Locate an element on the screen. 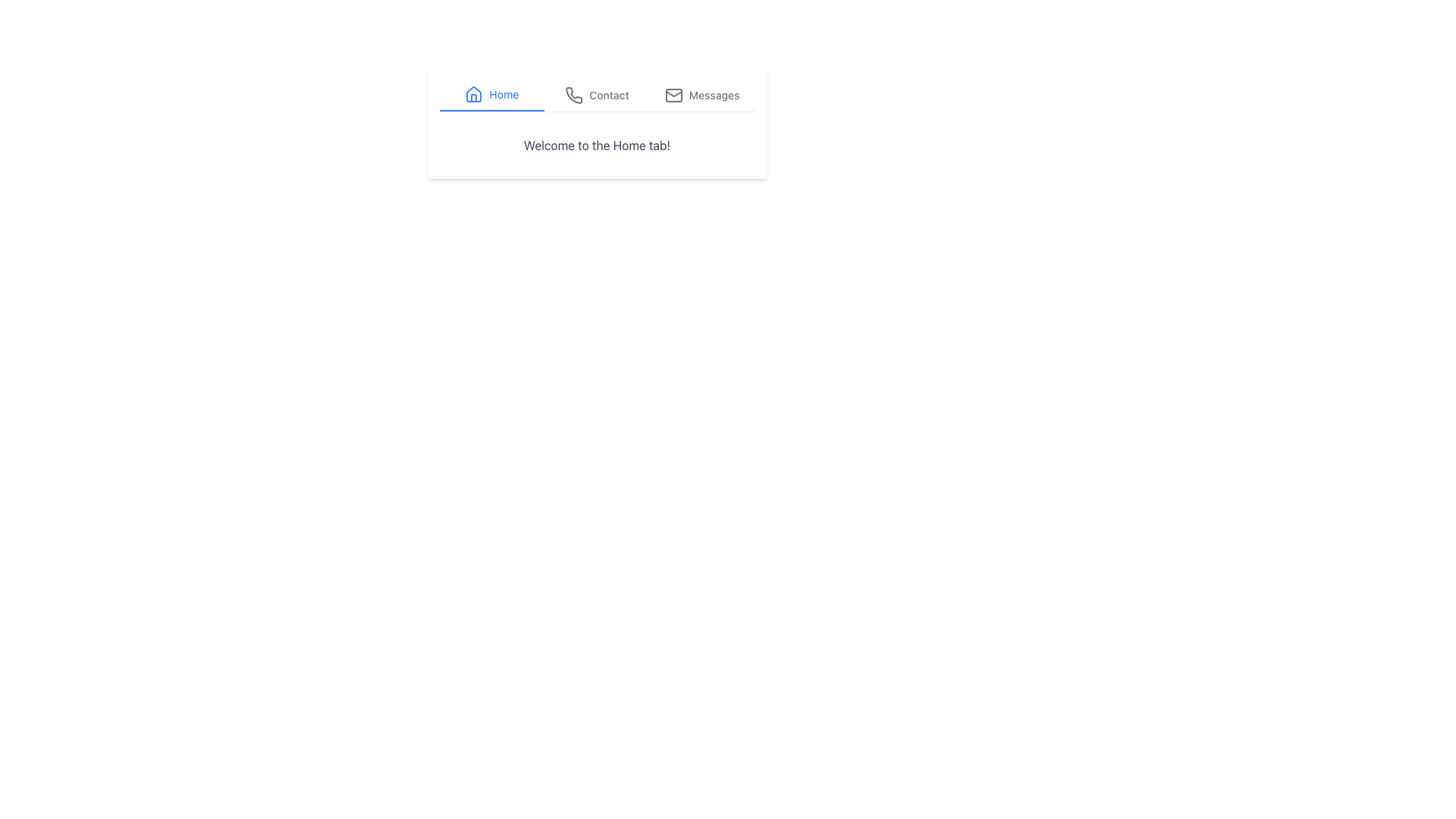 This screenshot has width=1456, height=819. the phone icon in the navigation bar is located at coordinates (573, 96).